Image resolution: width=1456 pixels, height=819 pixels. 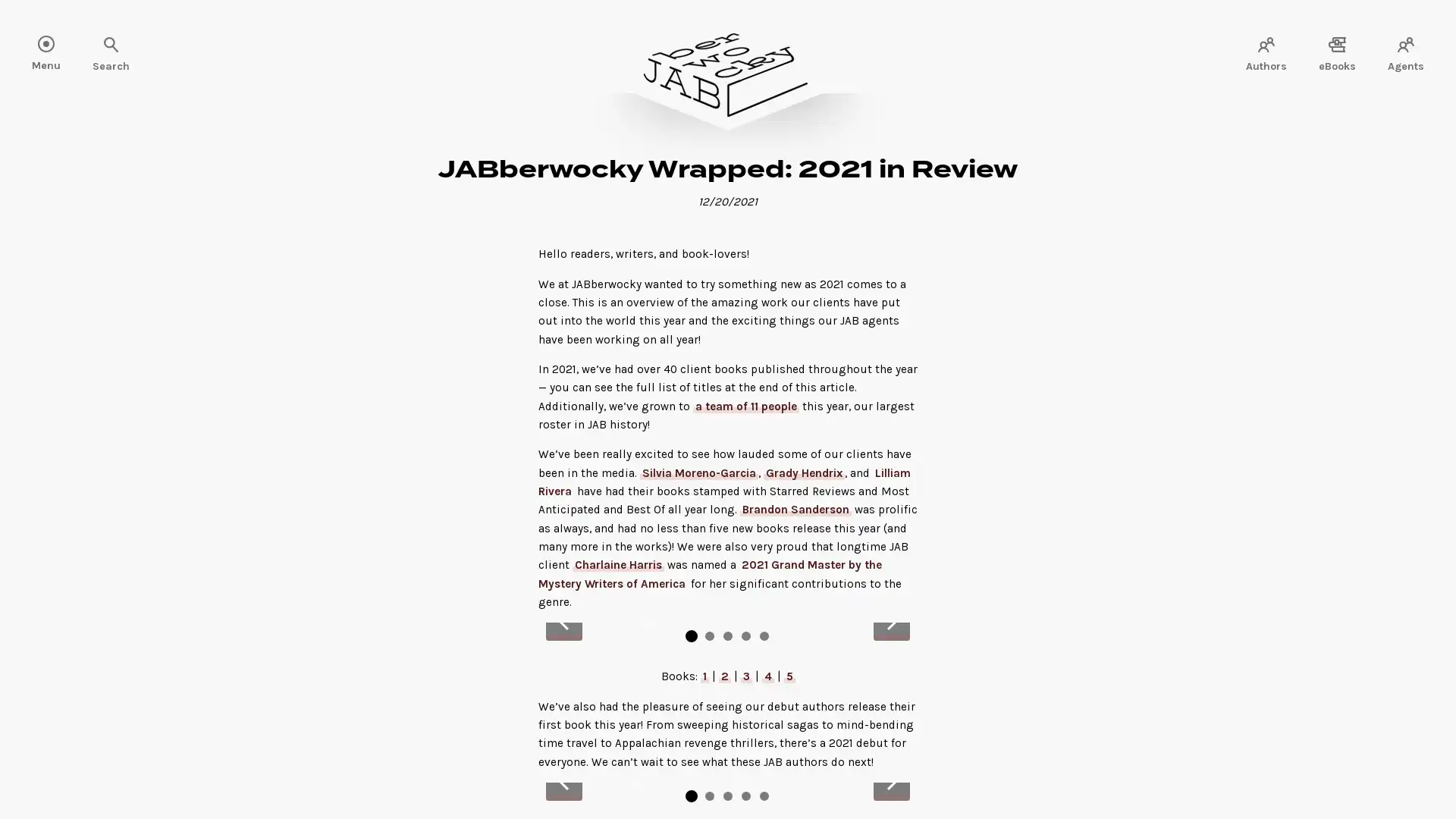 What do you see at coordinates (709, 636) in the screenshot?
I see `Go to slide 2` at bounding box center [709, 636].